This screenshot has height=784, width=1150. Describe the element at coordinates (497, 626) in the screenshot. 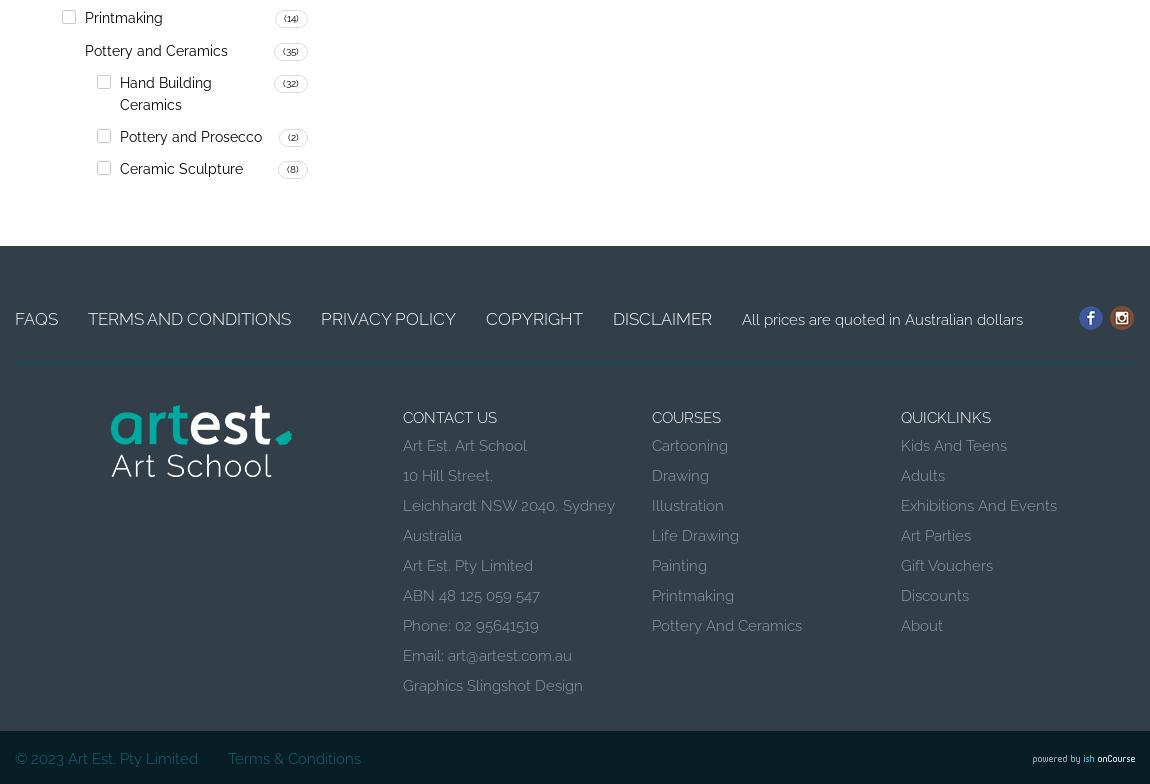

I see `'02 95641519'` at that location.